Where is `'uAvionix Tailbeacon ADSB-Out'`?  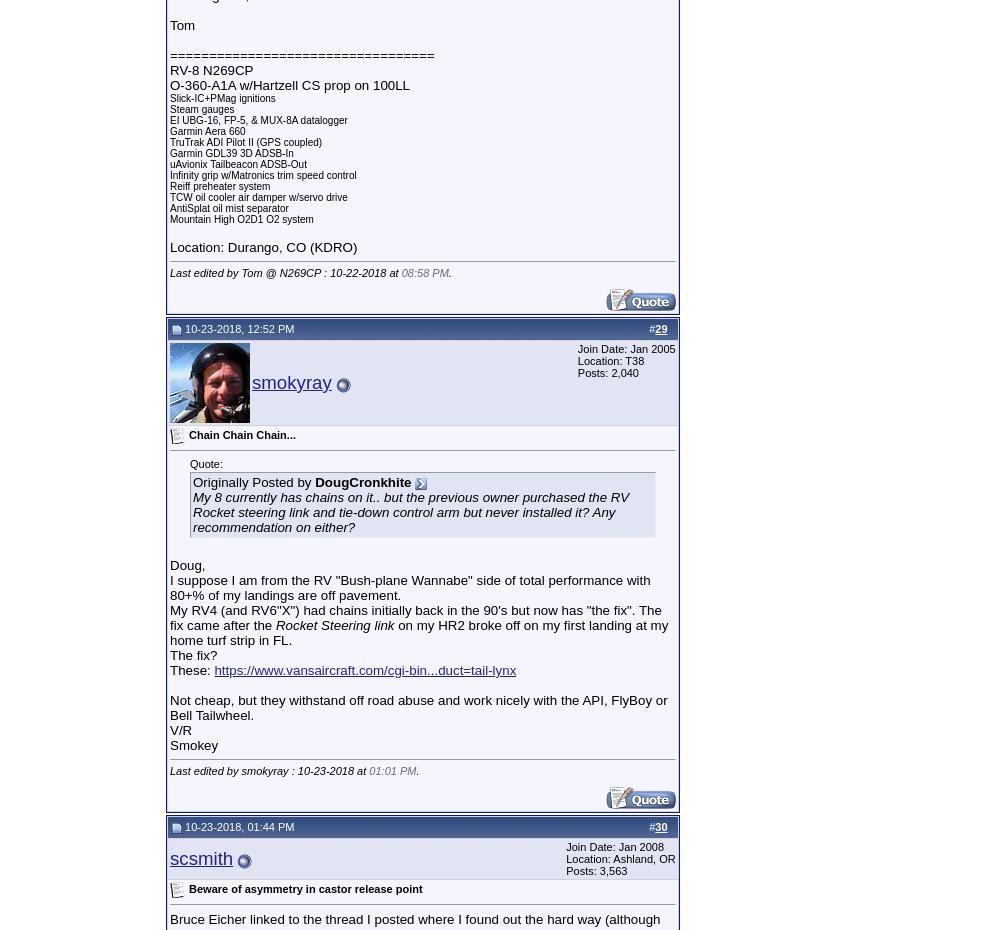 'uAvionix Tailbeacon ADSB-Out' is located at coordinates (237, 163).